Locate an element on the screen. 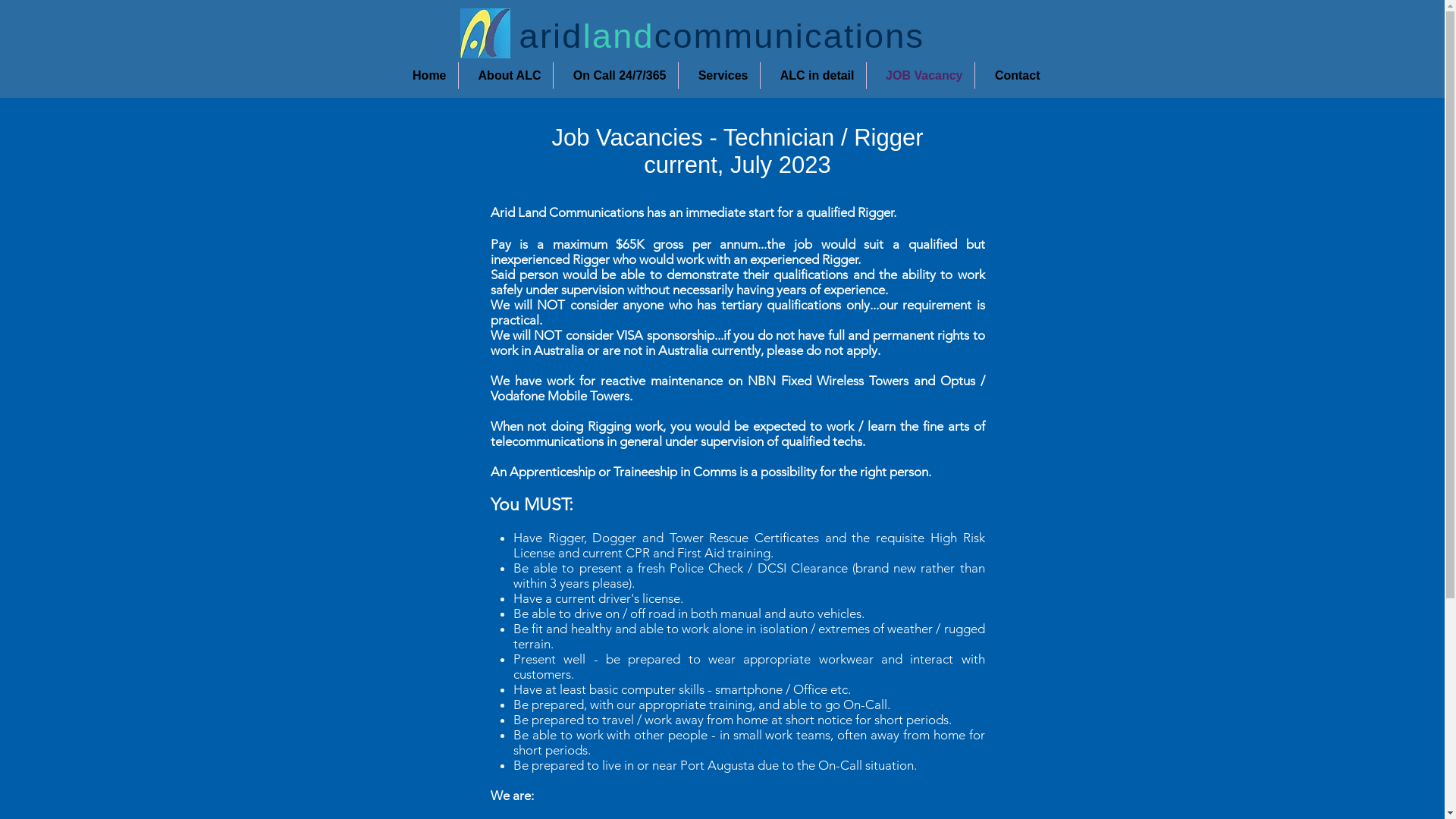 The height and width of the screenshot is (819, 1456). 'About ALC' is located at coordinates (505, 75).